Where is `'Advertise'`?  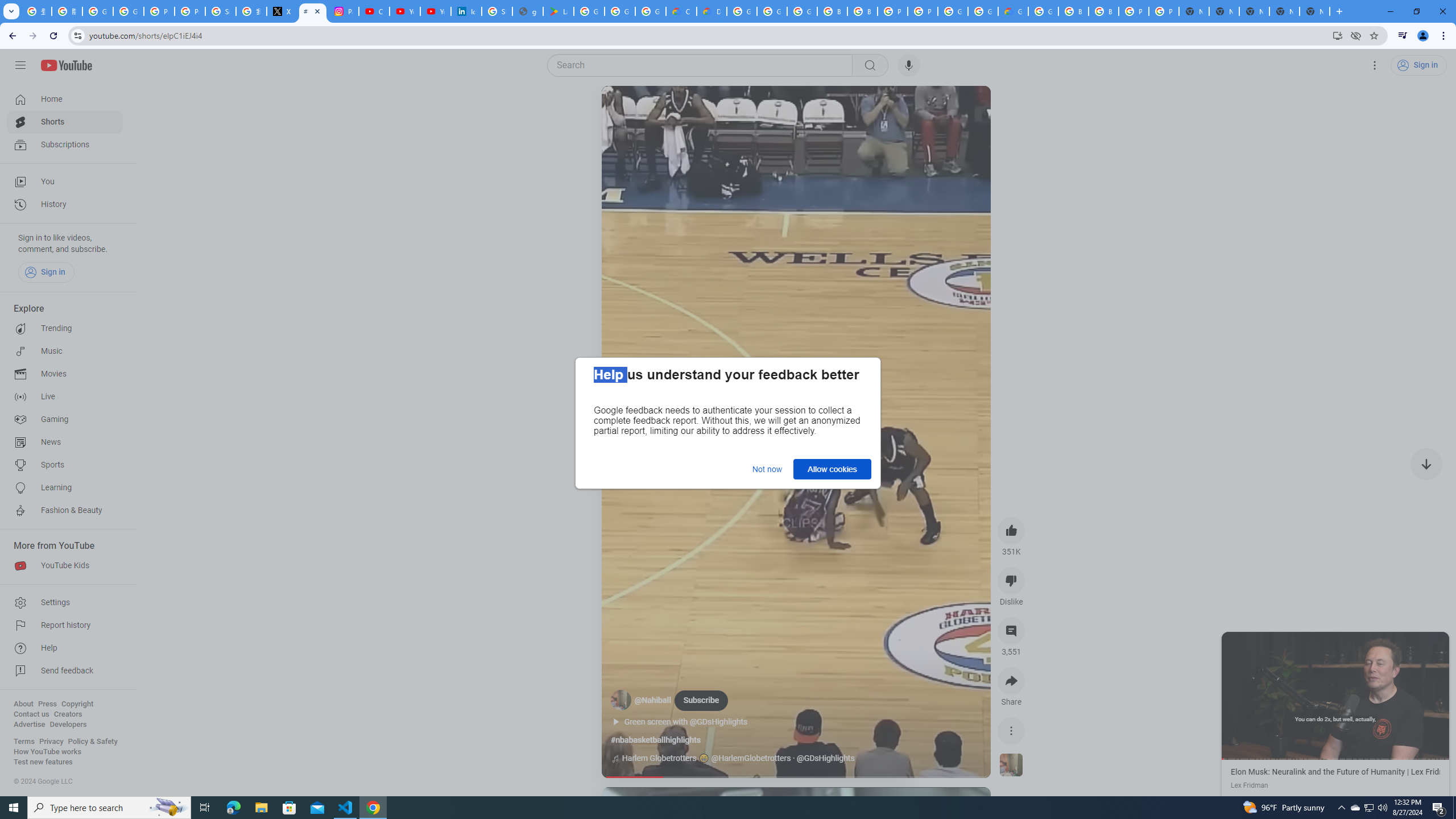 'Advertise' is located at coordinates (28, 723).